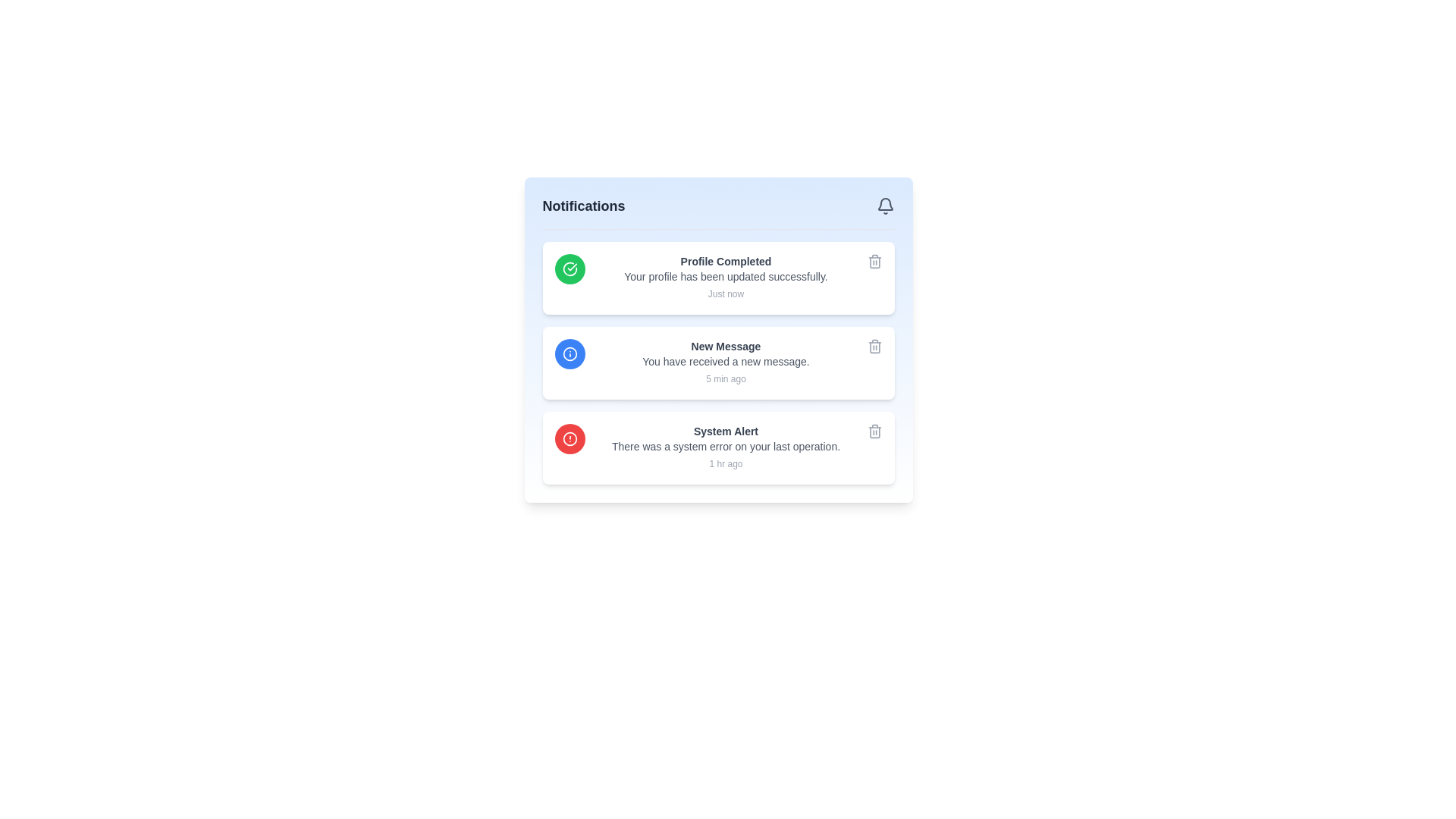 Image resolution: width=1456 pixels, height=819 pixels. What do you see at coordinates (725, 277) in the screenshot?
I see `notification message indicating a successful profile update, located in the center of the notification card below 'Profile Completed' and above 'Just now'` at bounding box center [725, 277].